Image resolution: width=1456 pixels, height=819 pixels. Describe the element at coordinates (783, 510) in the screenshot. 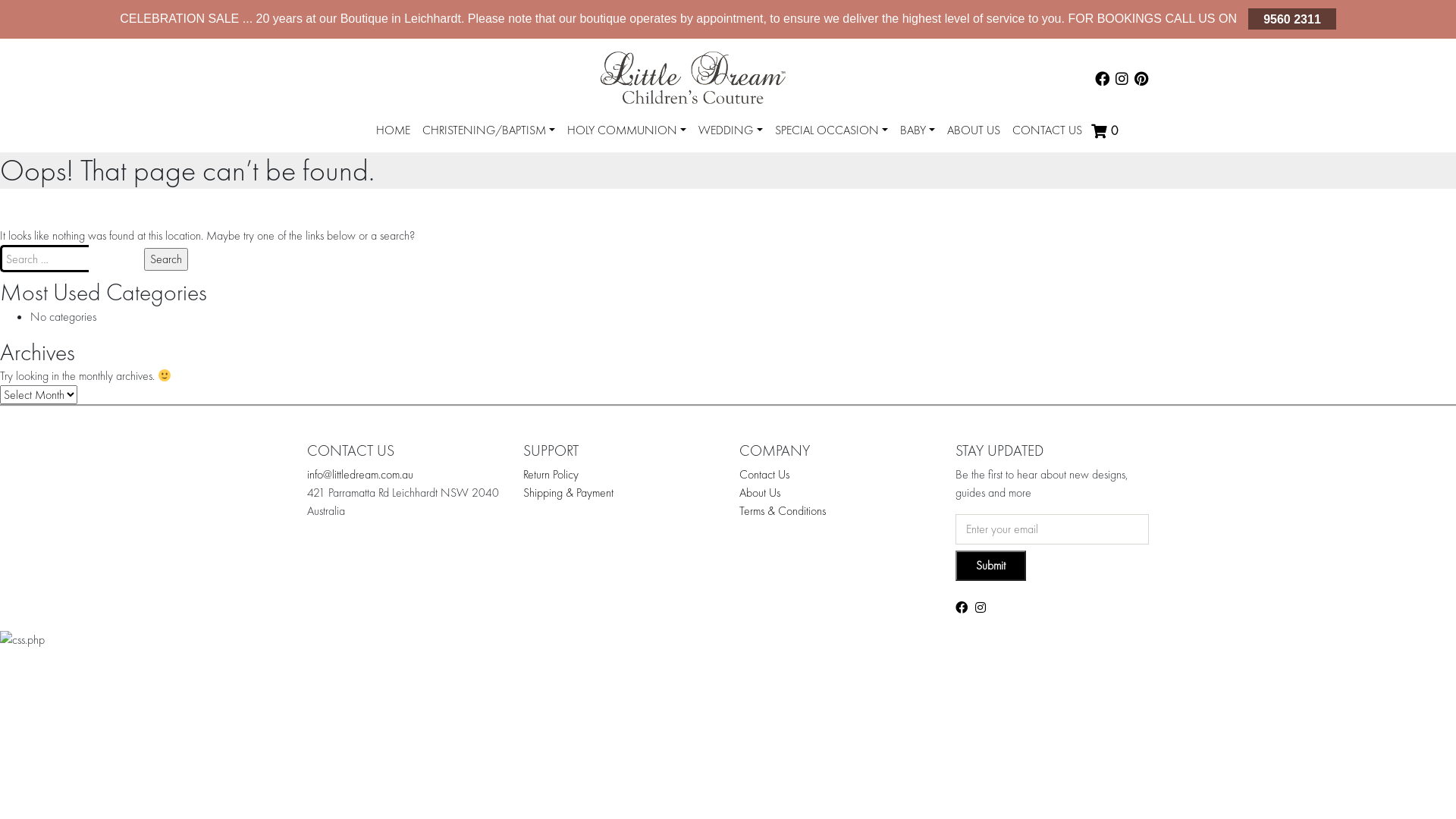

I see `'Terms & Conditions'` at that location.